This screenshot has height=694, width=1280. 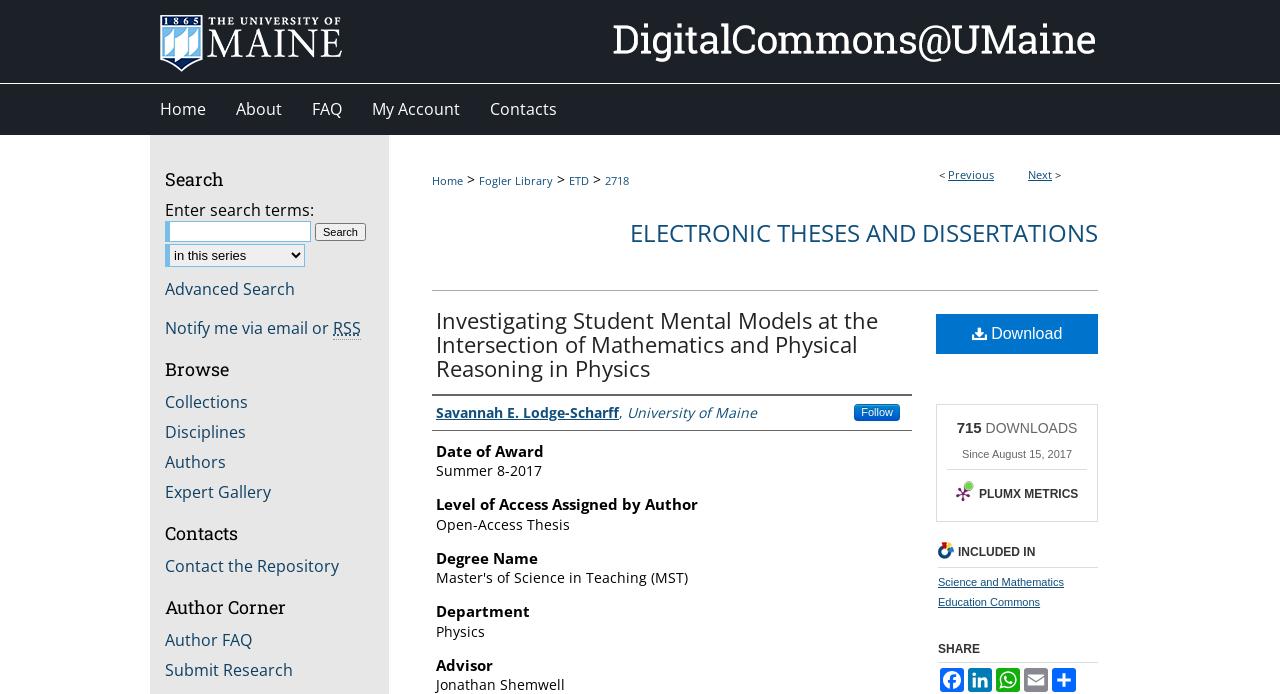 What do you see at coordinates (463, 663) in the screenshot?
I see `'Advisor'` at bounding box center [463, 663].